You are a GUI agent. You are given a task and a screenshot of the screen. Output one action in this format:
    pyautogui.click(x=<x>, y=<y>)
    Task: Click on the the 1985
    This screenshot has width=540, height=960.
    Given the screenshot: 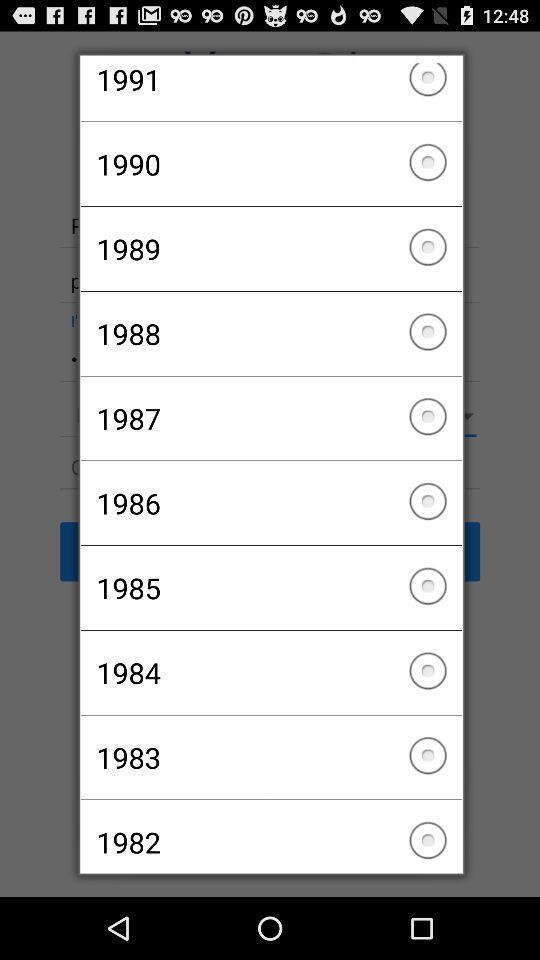 What is the action you would take?
    pyautogui.click(x=270, y=588)
    